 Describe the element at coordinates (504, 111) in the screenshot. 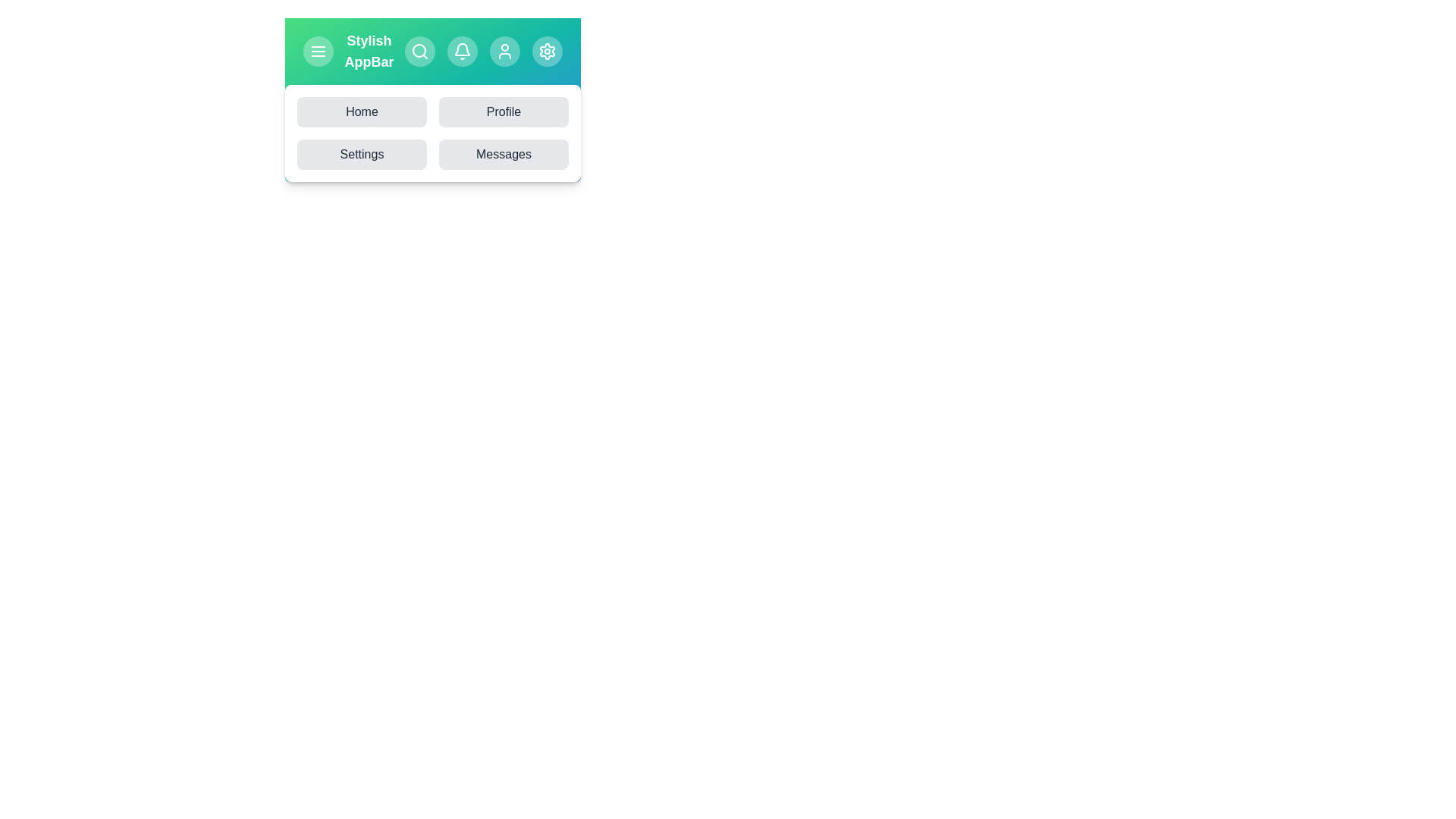

I see `the Profile button to navigate` at that location.